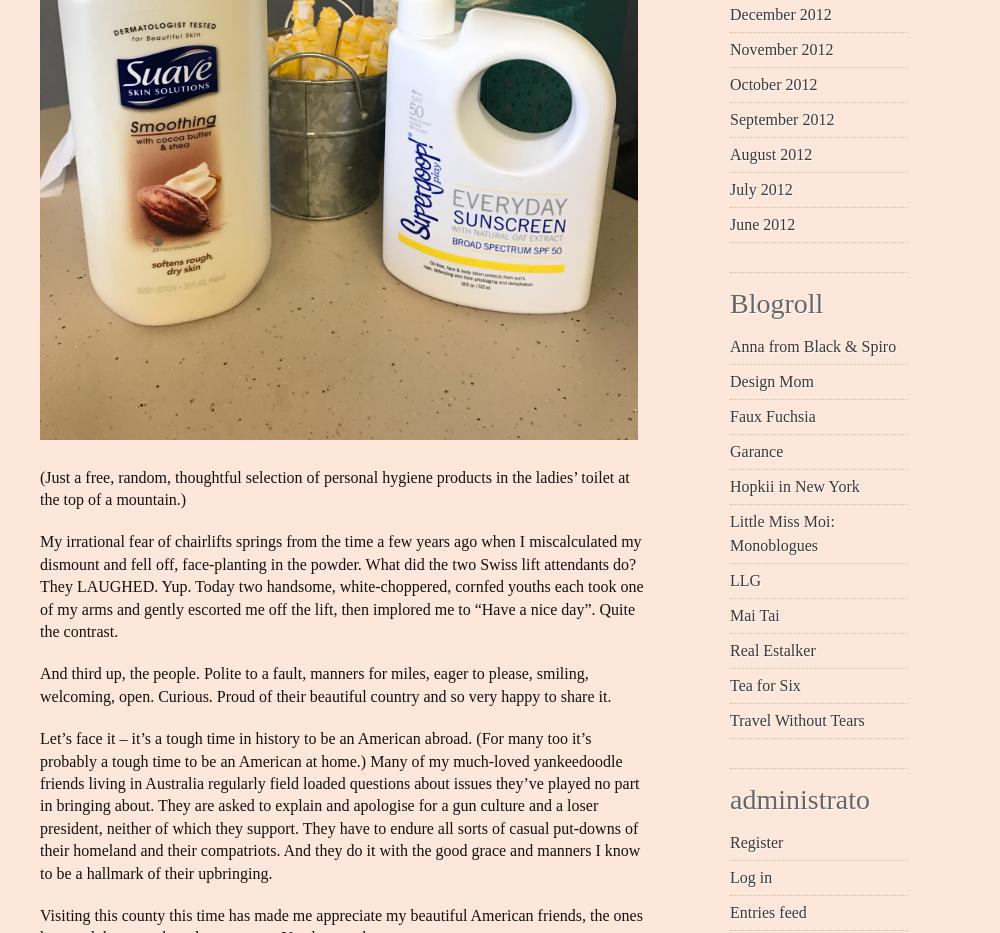  I want to click on 'Blogroll', so click(776, 302).